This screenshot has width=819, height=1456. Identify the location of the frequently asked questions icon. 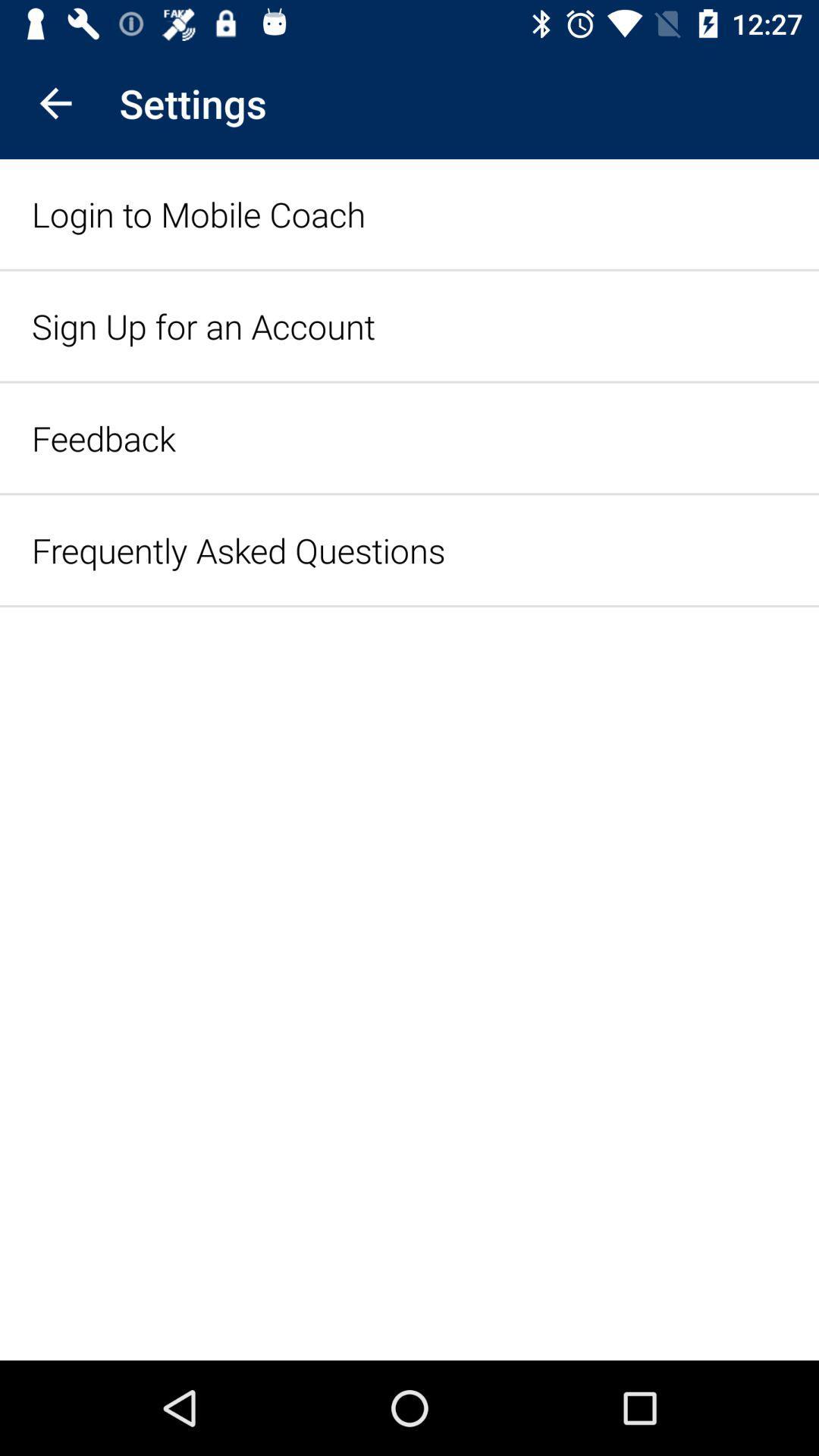
(238, 549).